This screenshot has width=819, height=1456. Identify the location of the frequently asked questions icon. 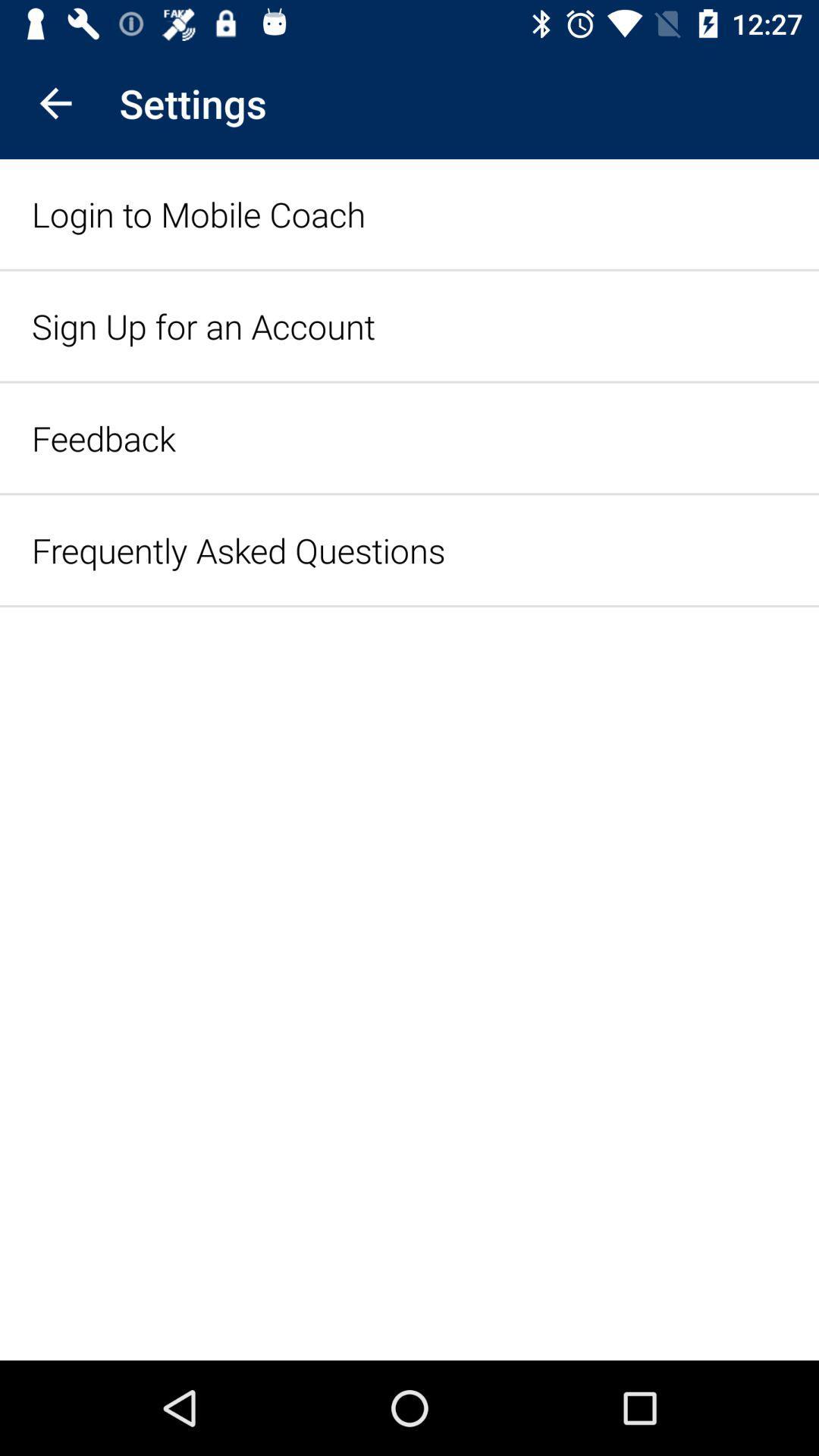
(238, 549).